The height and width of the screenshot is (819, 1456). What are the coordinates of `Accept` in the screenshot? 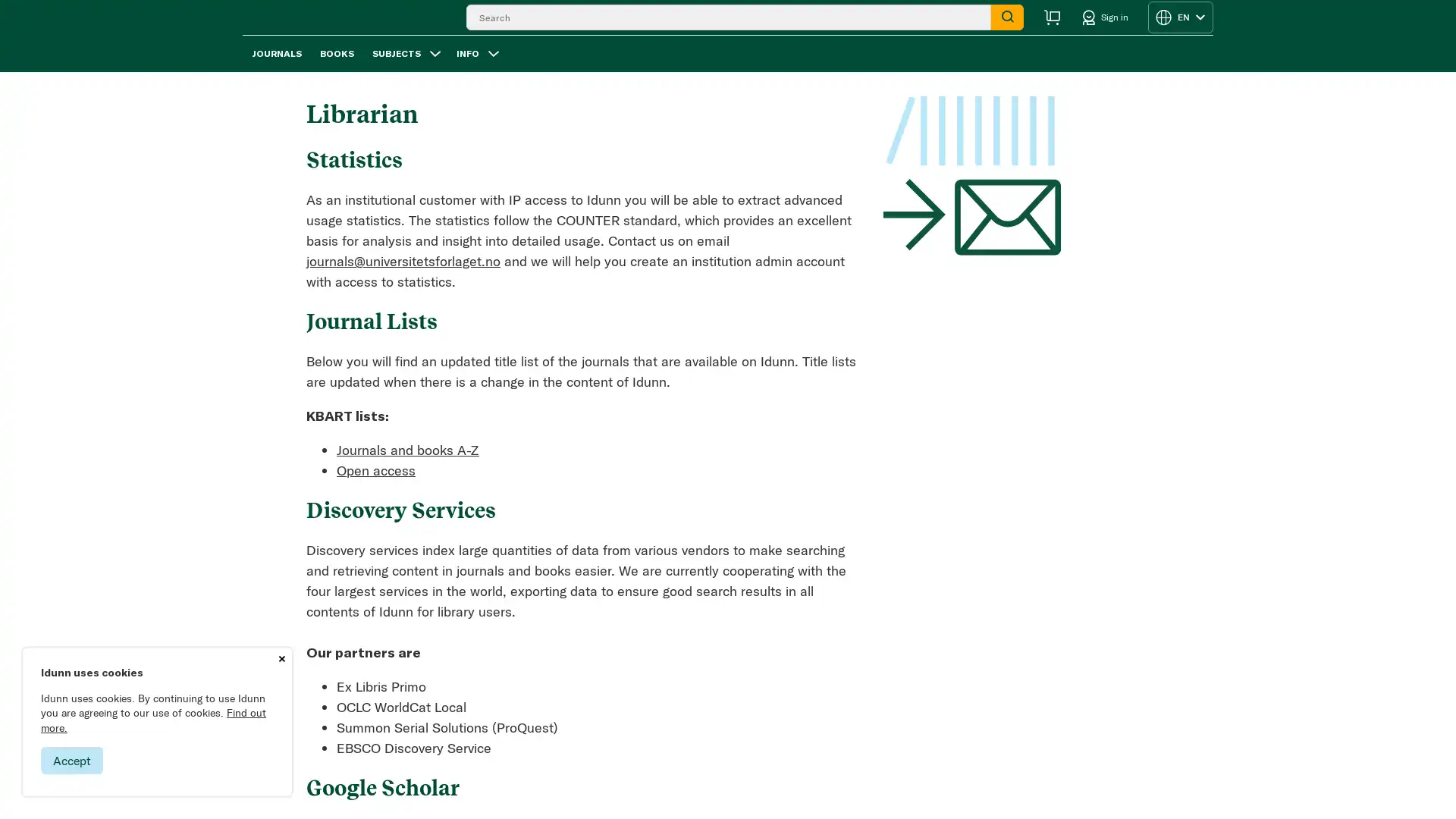 It's located at (71, 760).